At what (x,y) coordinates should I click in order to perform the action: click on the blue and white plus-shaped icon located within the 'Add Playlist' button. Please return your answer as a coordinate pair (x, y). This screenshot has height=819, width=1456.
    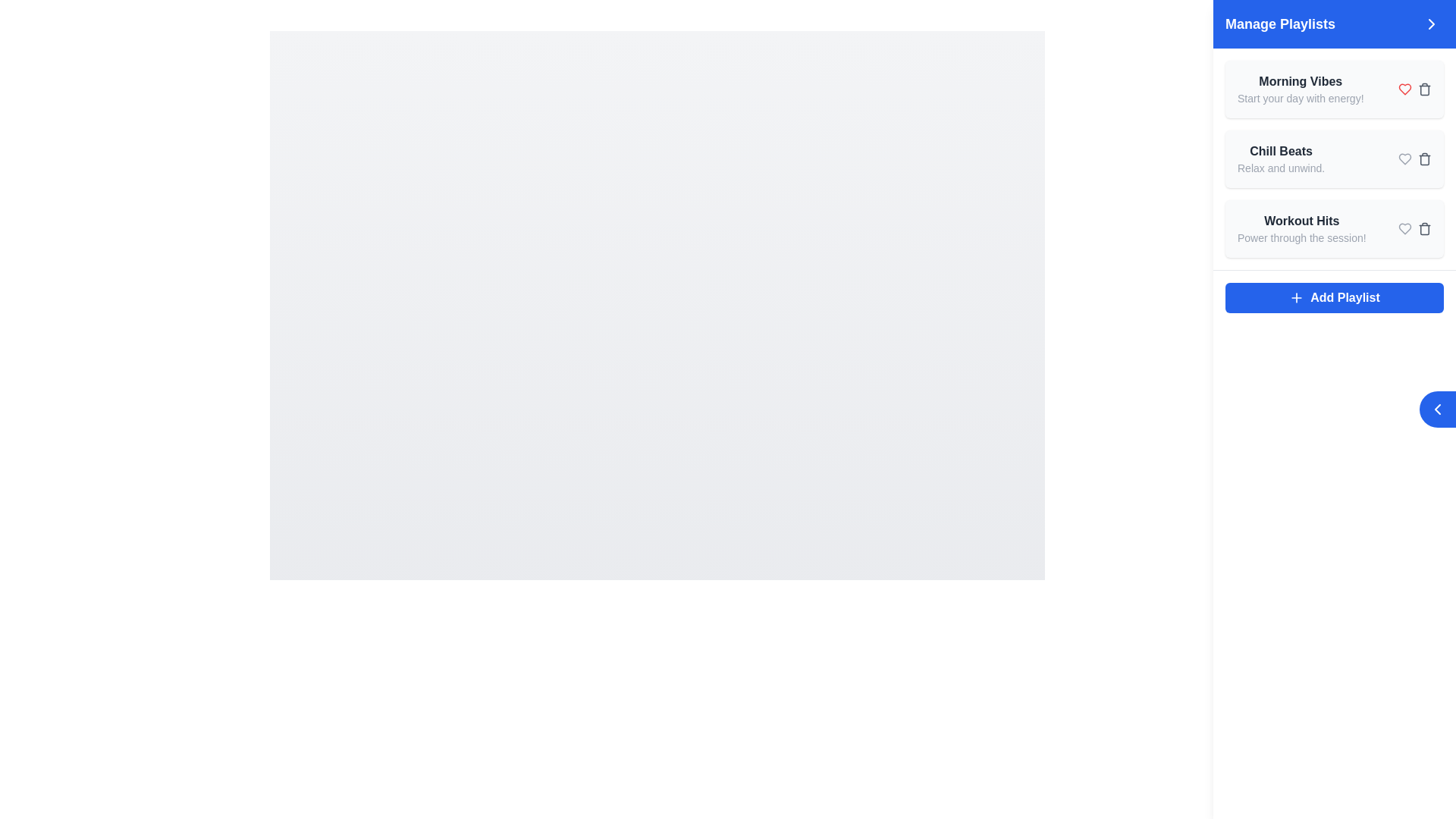
    Looking at the image, I should click on (1296, 298).